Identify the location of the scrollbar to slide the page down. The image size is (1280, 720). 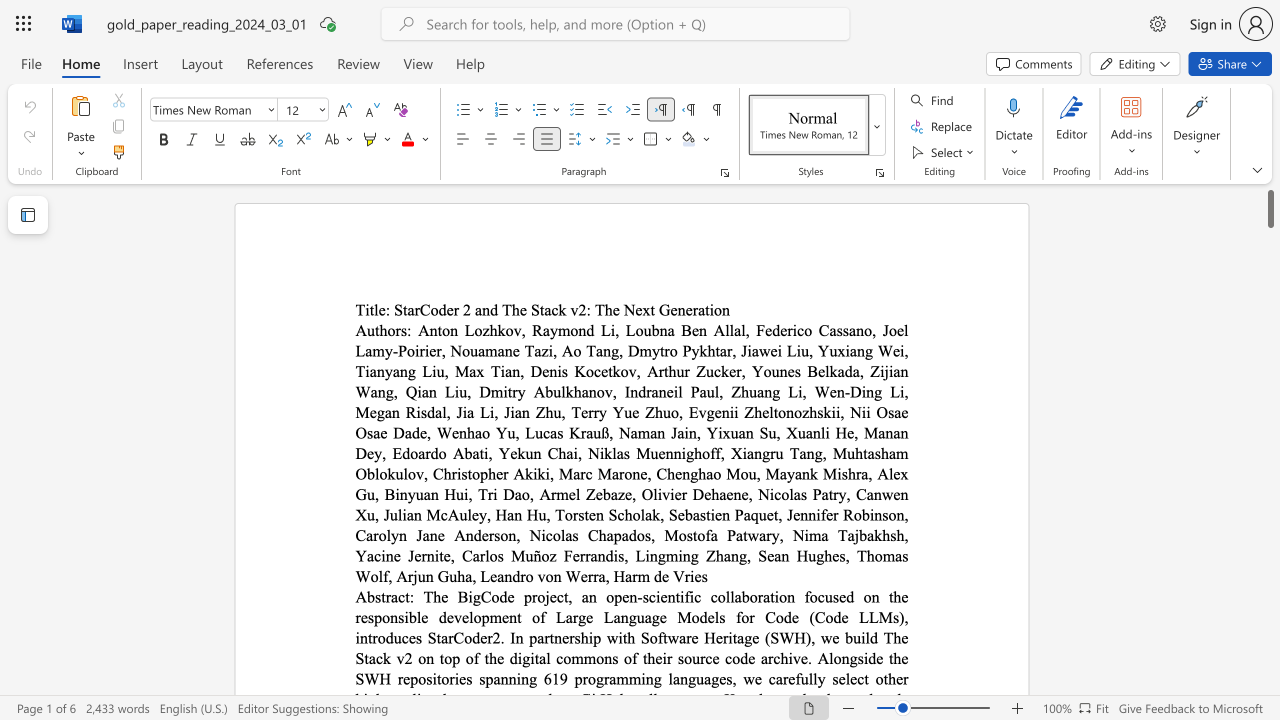
(1269, 580).